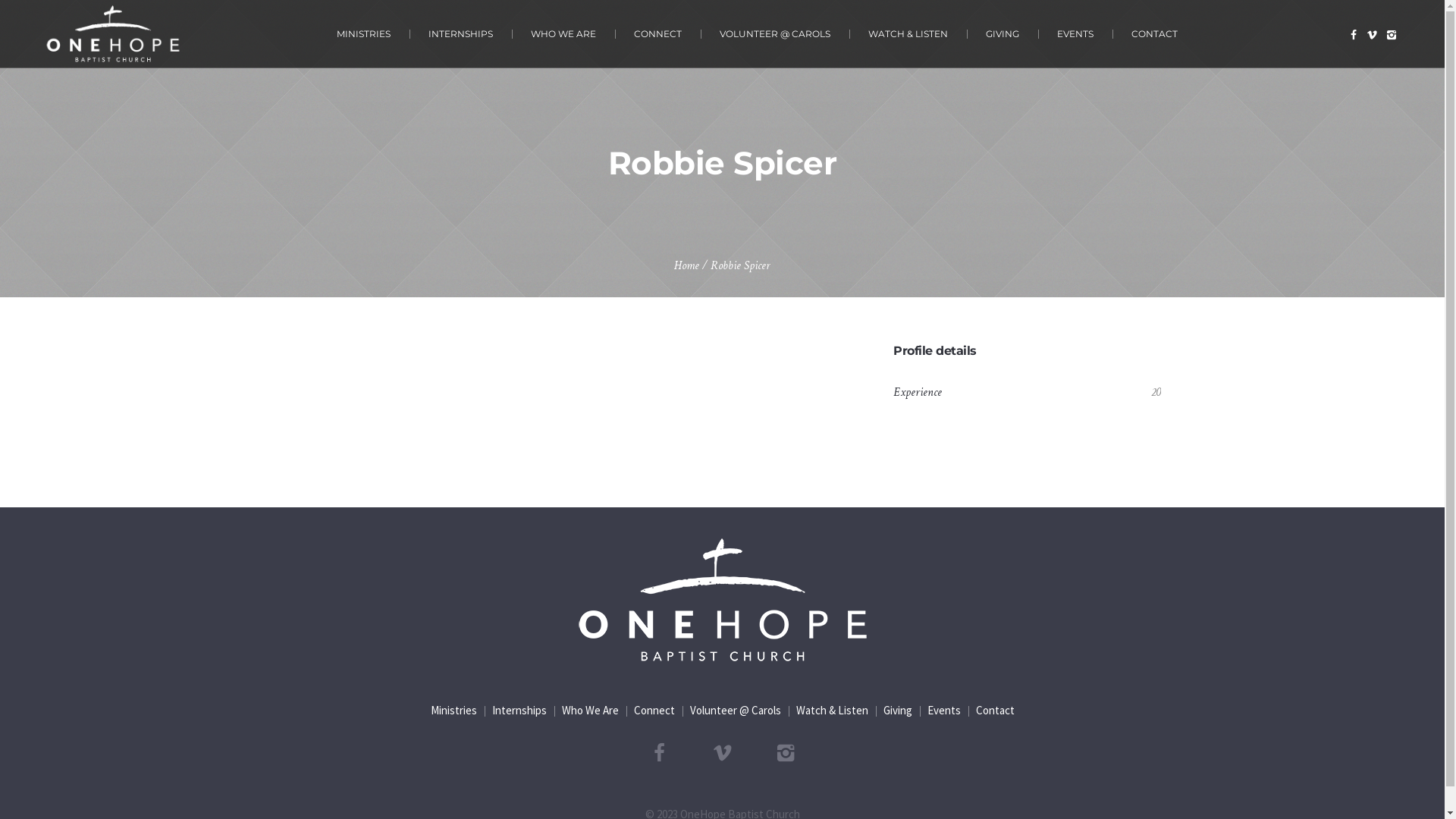 The image size is (1456, 819). What do you see at coordinates (362, 33) in the screenshot?
I see `'MINISTRIES'` at bounding box center [362, 33].